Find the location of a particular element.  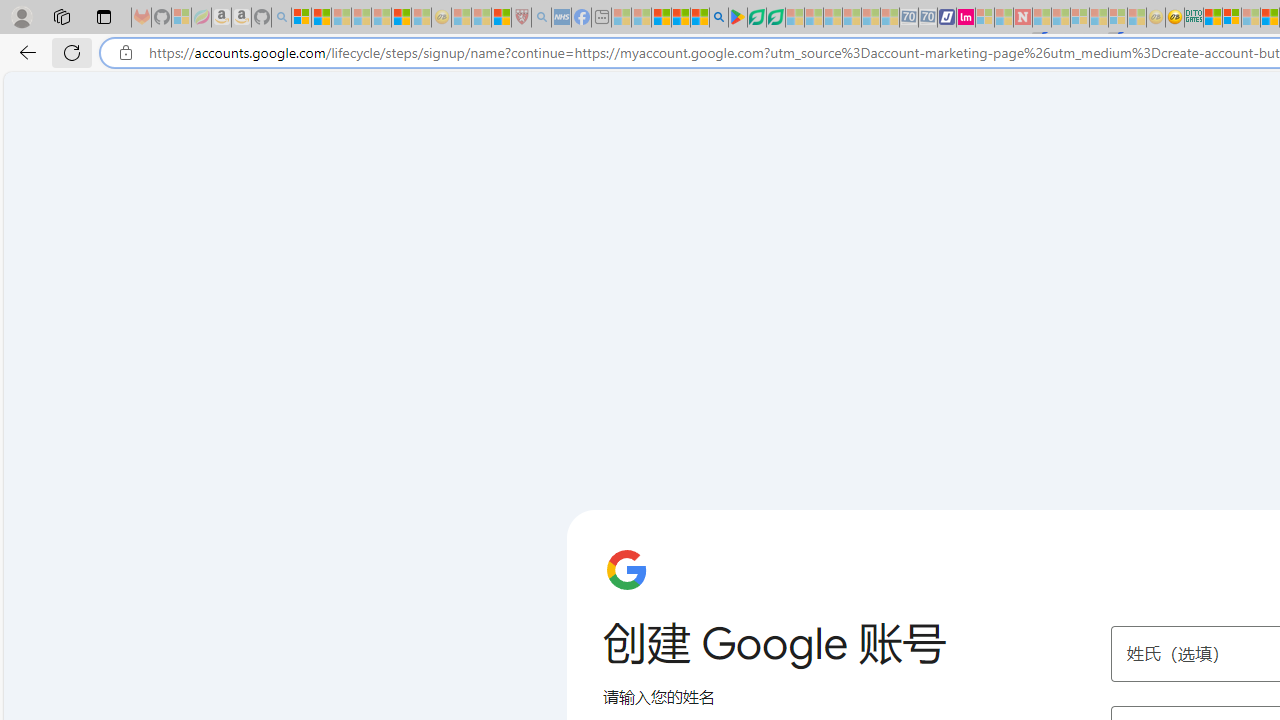

'Microsoft-Report a Concern to Bing - Sleeping' is located at coordinates (181, 17).